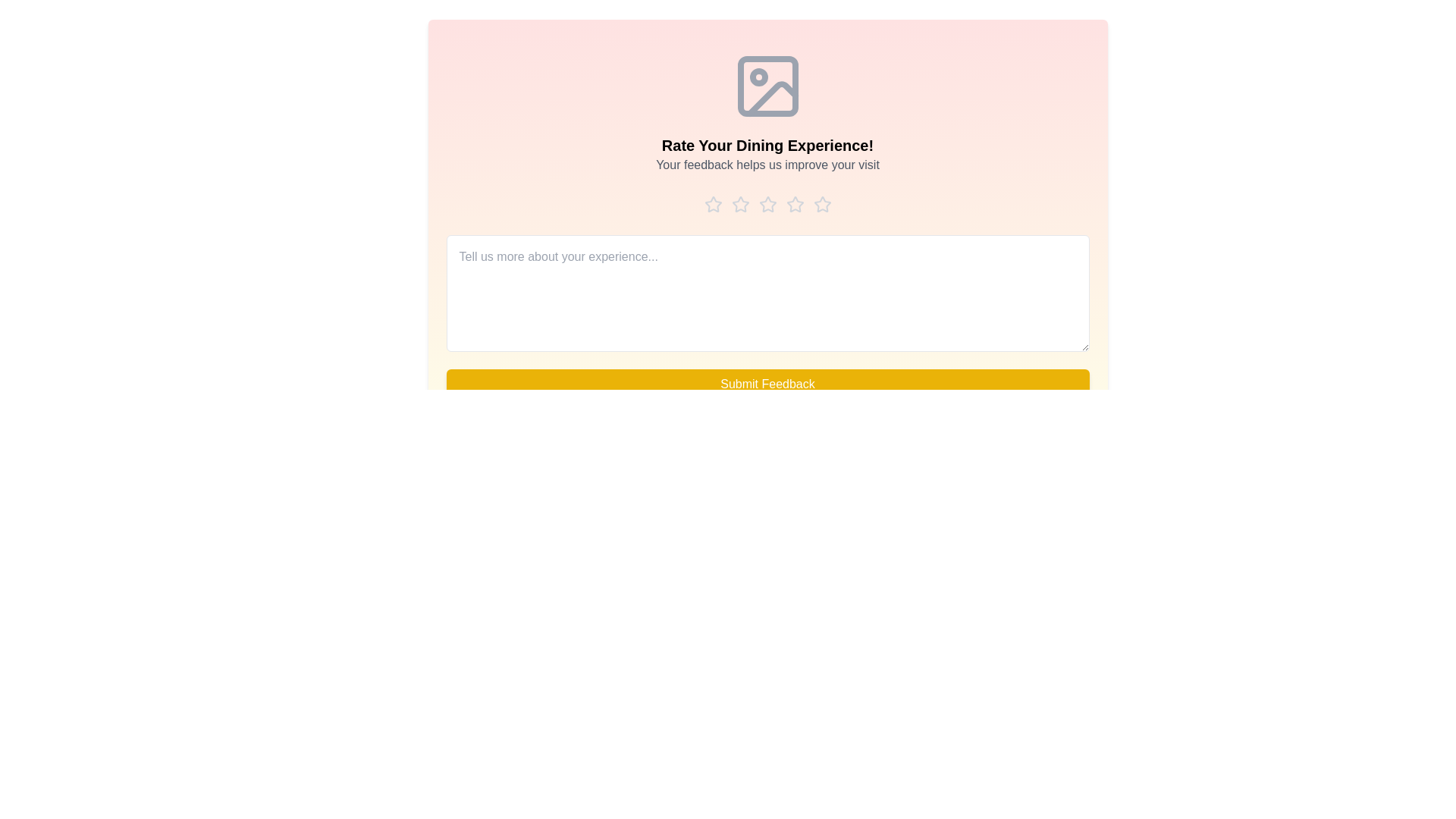 This screenshot has height=819, width=1456. What do you see at coordinates (767, 86) in the screenshot?
I see `the icon at the top of the component` at bounding box center [767, 86].